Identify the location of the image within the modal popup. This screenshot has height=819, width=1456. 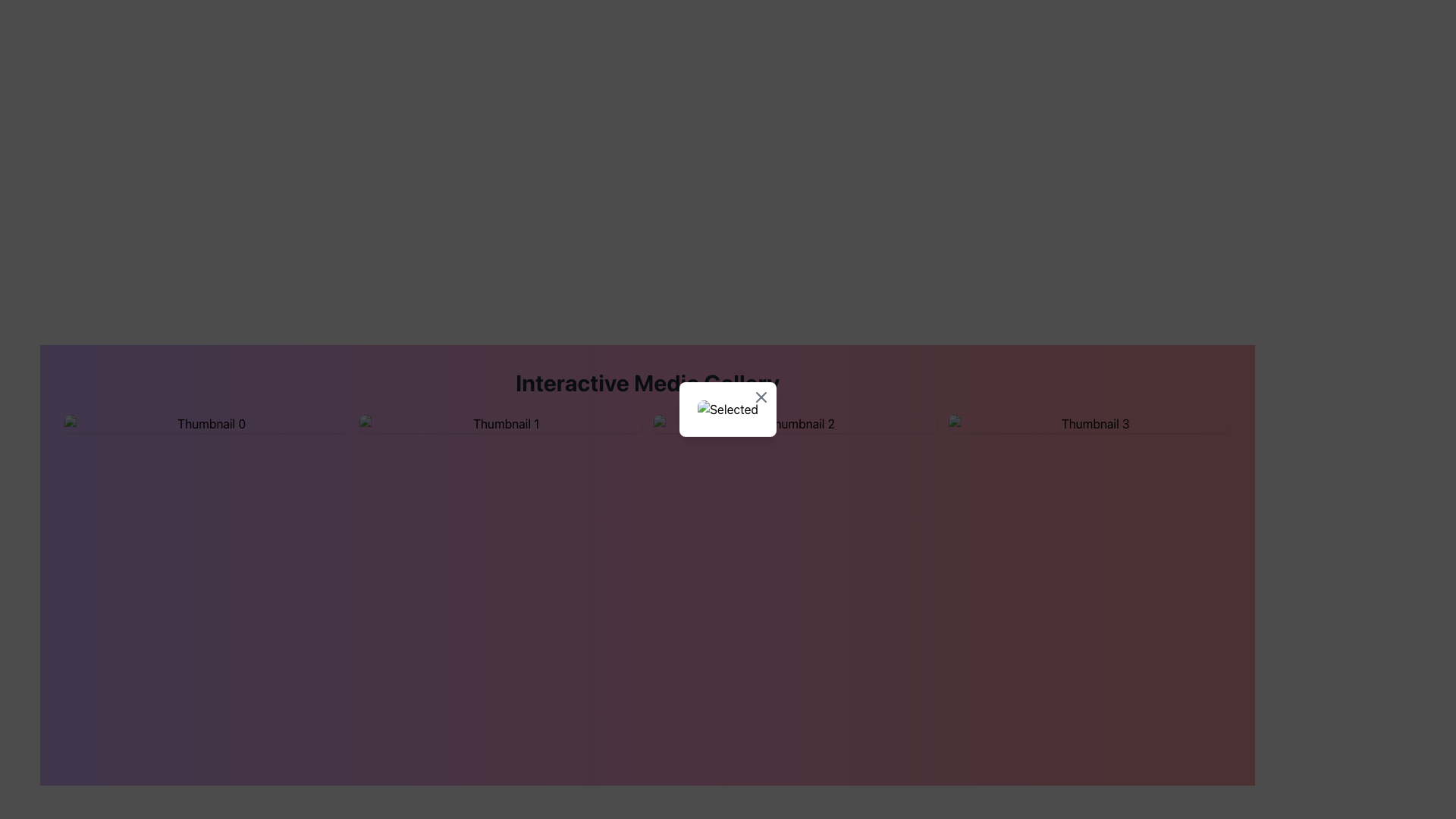
(728, 409).